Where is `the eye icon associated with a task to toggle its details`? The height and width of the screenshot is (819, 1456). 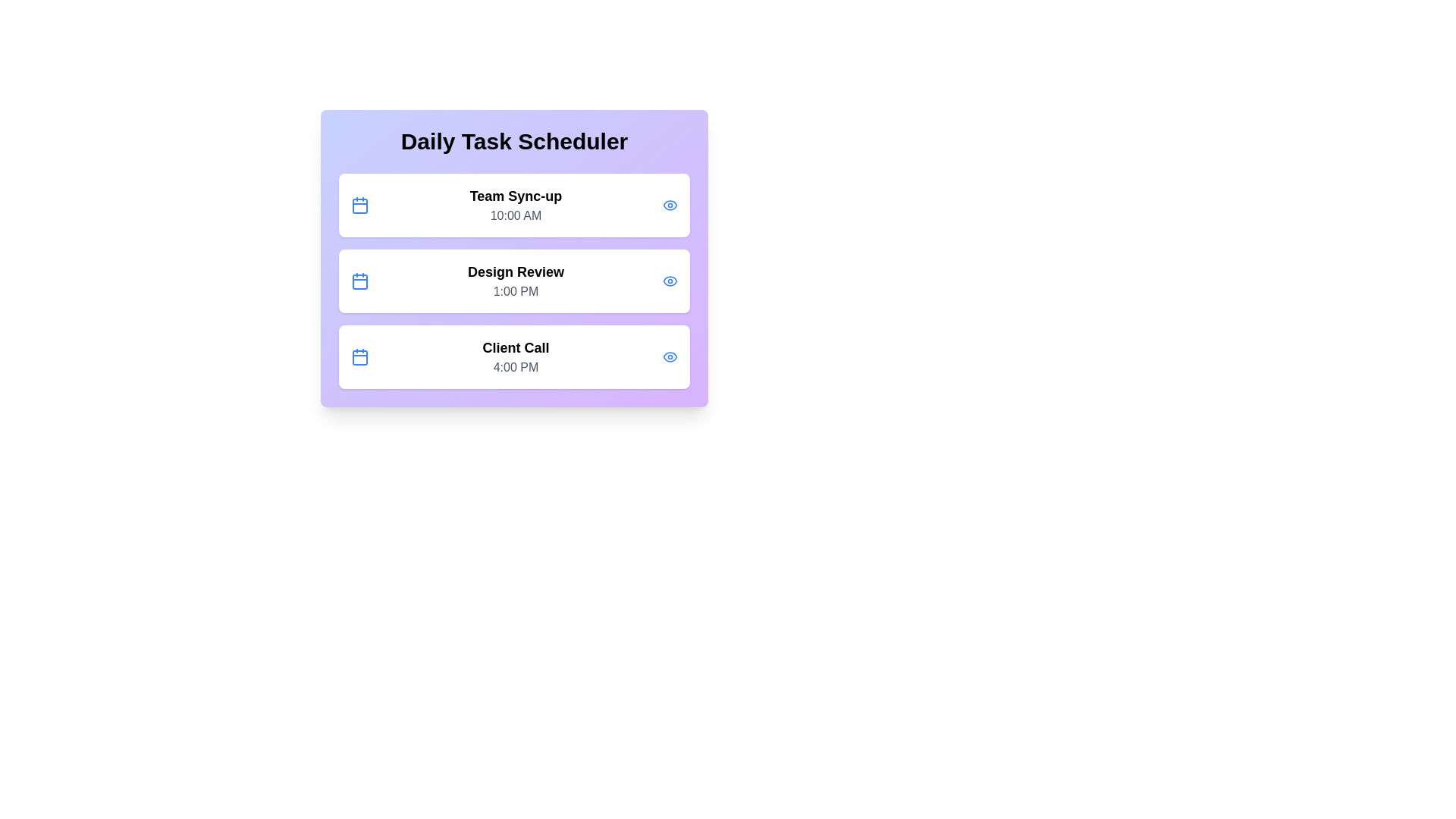
the eye icon associated with a task to toggle its details is located at coordinates (669, 205).